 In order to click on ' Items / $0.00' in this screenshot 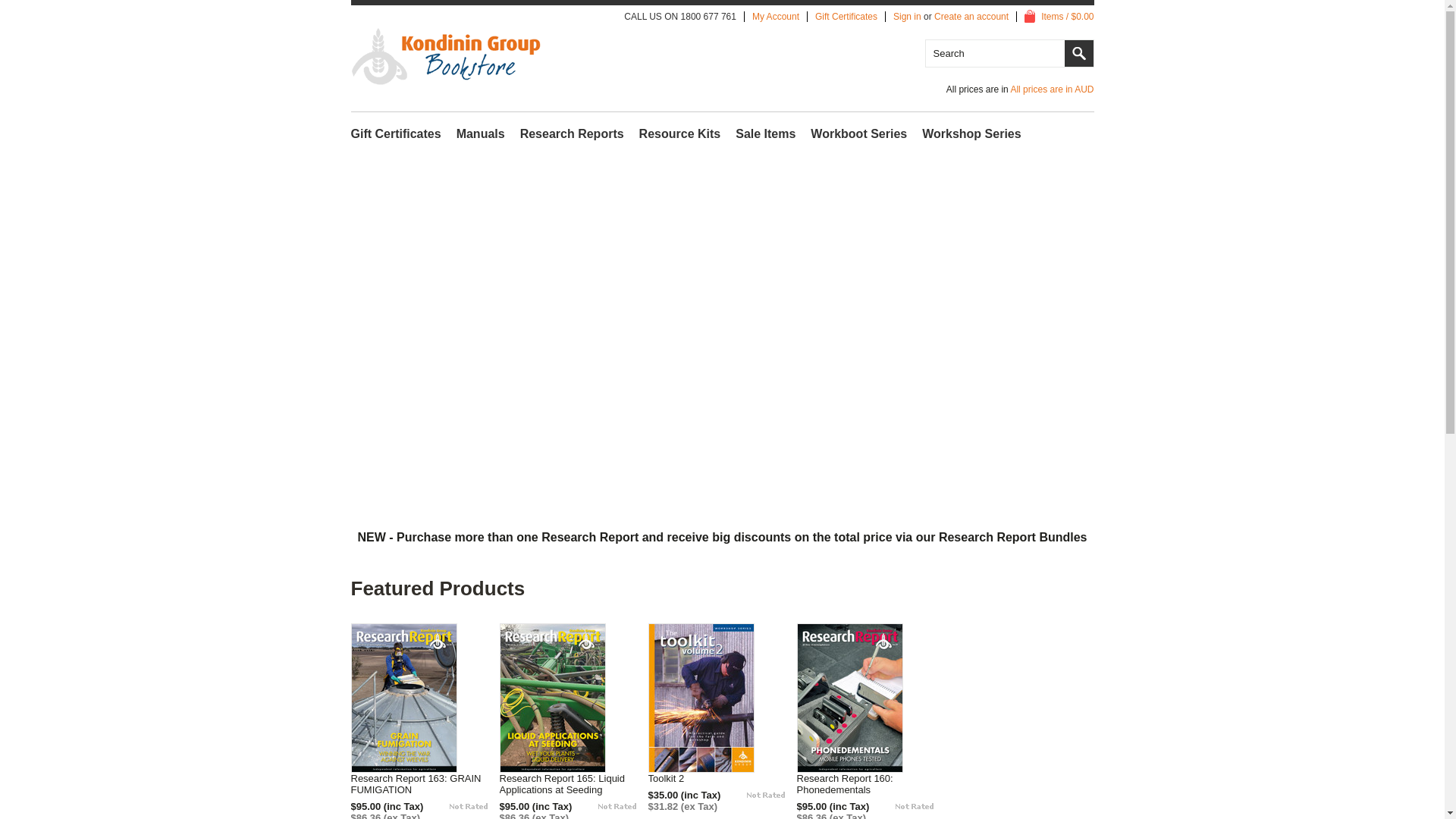, I will do `click(1058, 17)`.